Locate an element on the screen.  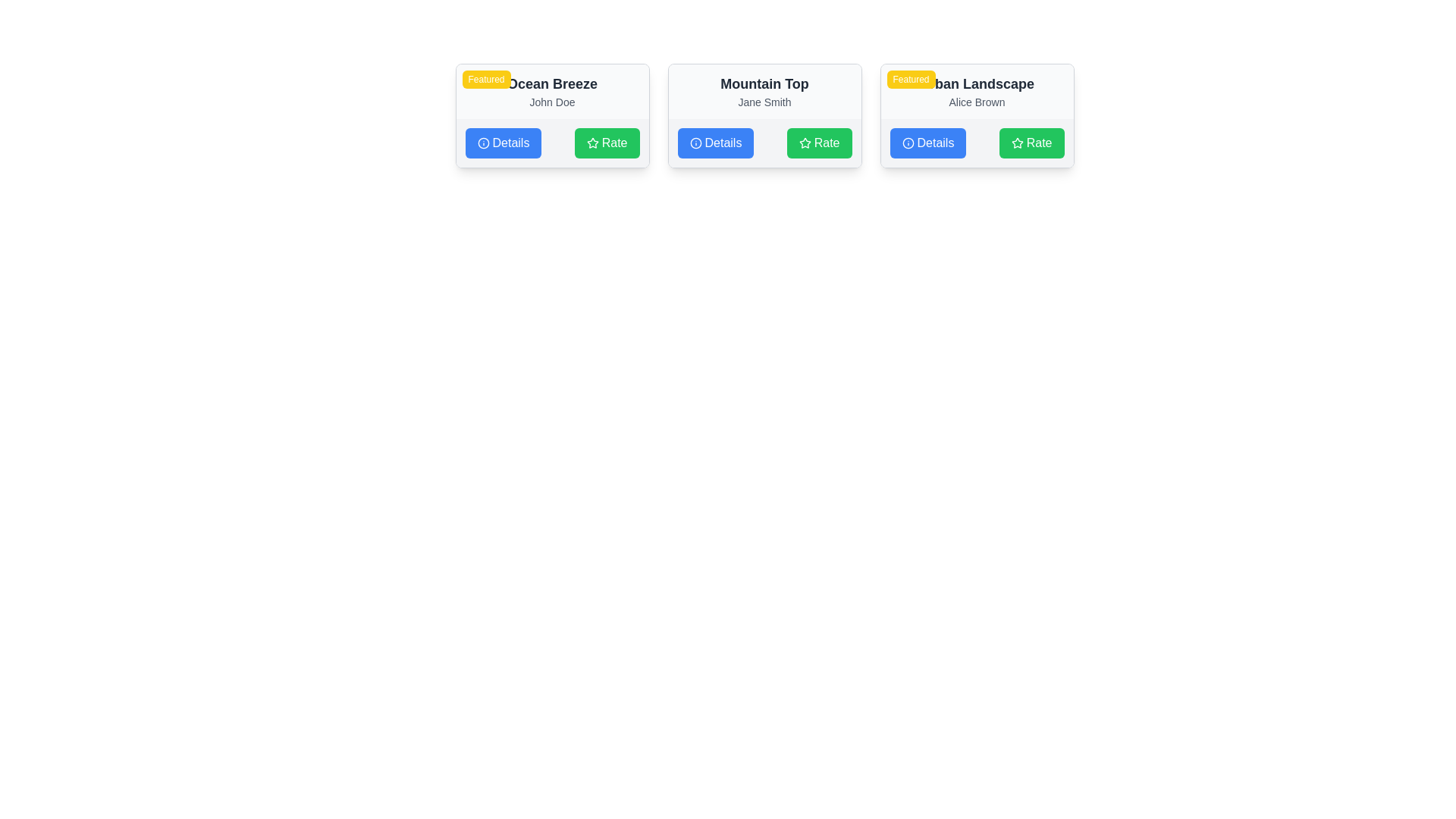
the green star-shaped icon within the 'Rate' button on the 'Urban Landscape' card is located at coordinates (1017, 143).